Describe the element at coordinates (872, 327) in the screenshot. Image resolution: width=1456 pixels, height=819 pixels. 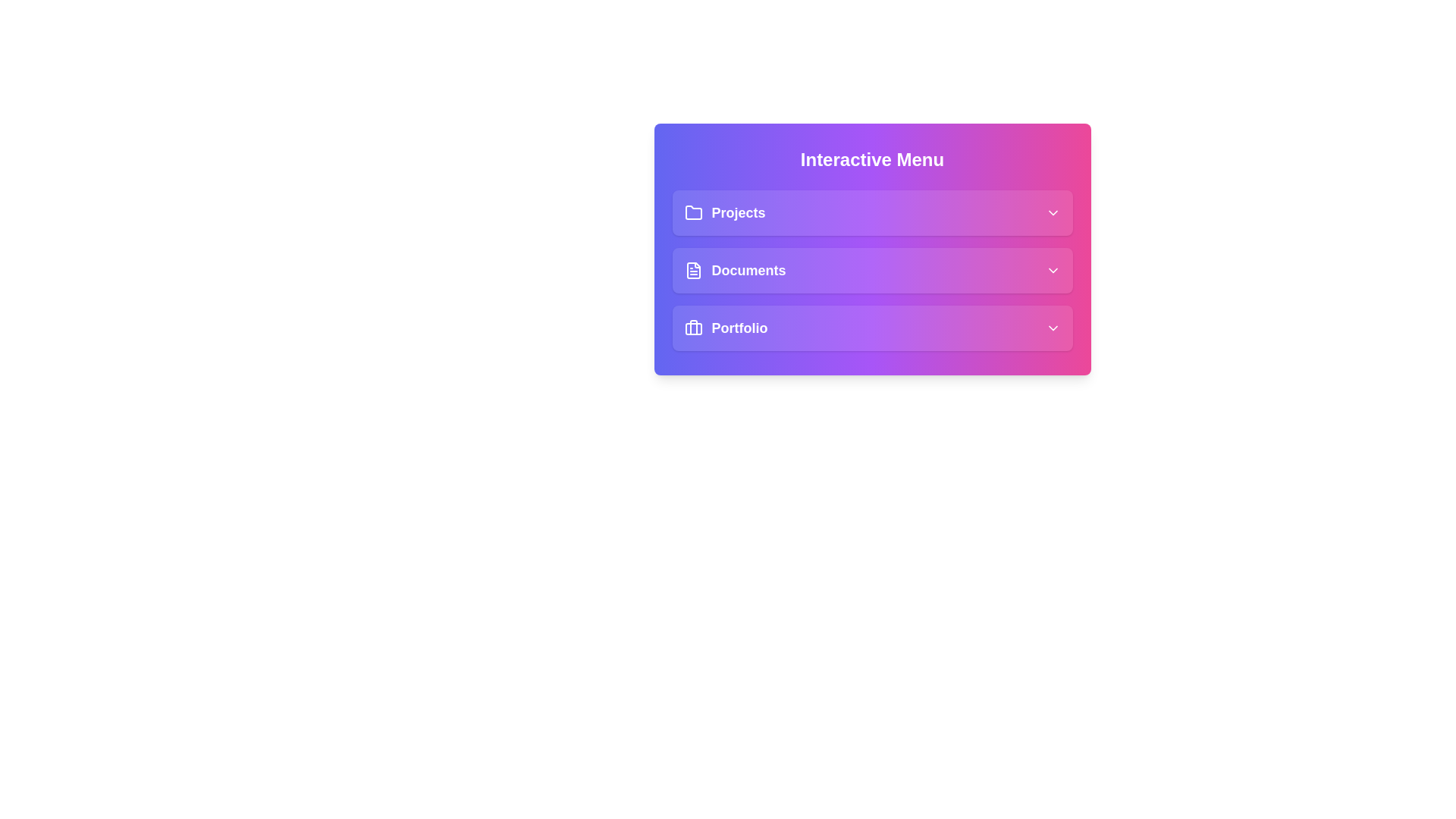
I see `the third entry in the vertical list of the interactive menu, which is located below the 'Documents' entry and reveals options related to 'Portfolio'` at that location.